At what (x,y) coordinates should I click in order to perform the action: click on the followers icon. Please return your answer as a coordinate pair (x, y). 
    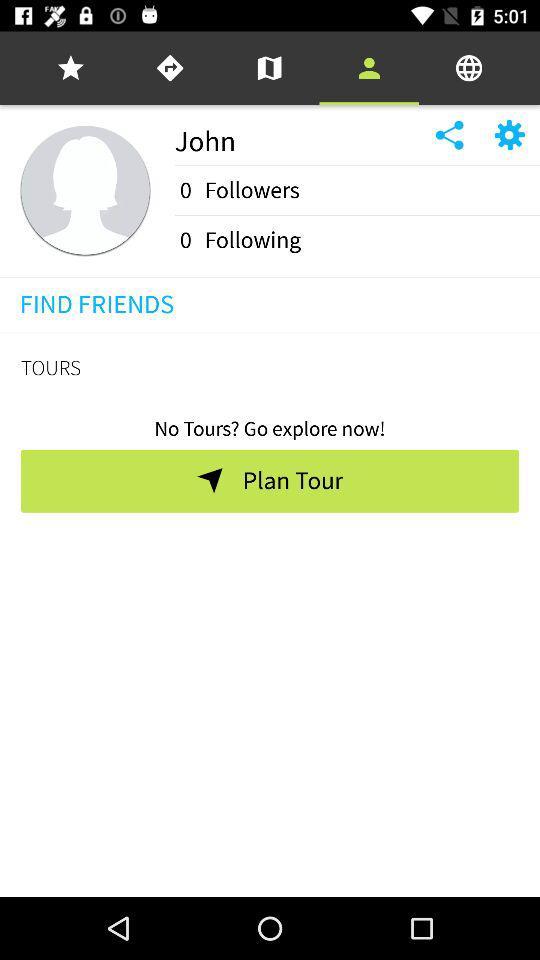
    Looking at the image, I should click on (252, 190).